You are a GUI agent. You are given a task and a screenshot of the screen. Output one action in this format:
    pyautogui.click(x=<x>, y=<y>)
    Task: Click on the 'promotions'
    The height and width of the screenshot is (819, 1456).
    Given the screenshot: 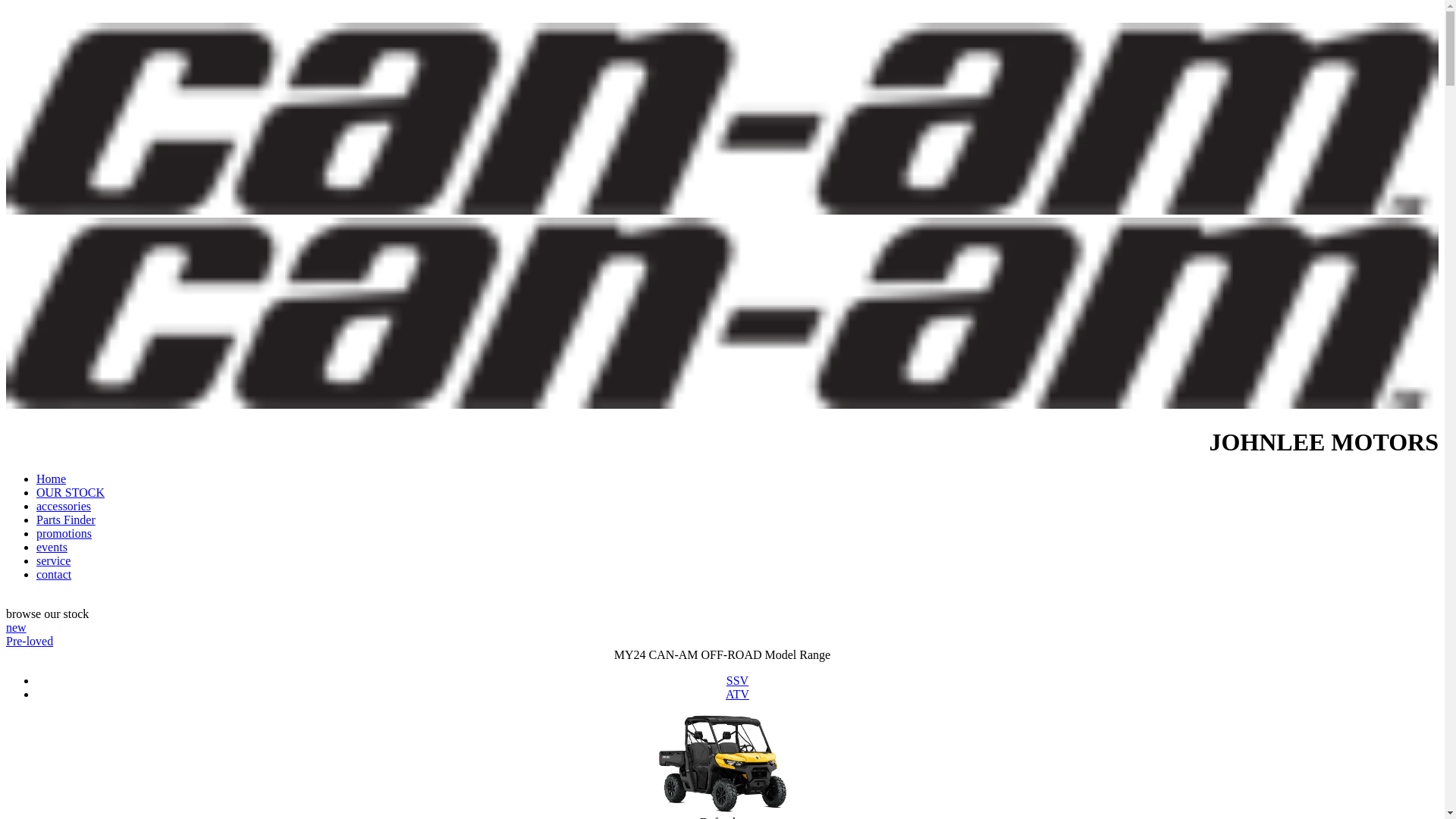 What is the action you would take?
    pyautogui.click(x=36, y=532)
    